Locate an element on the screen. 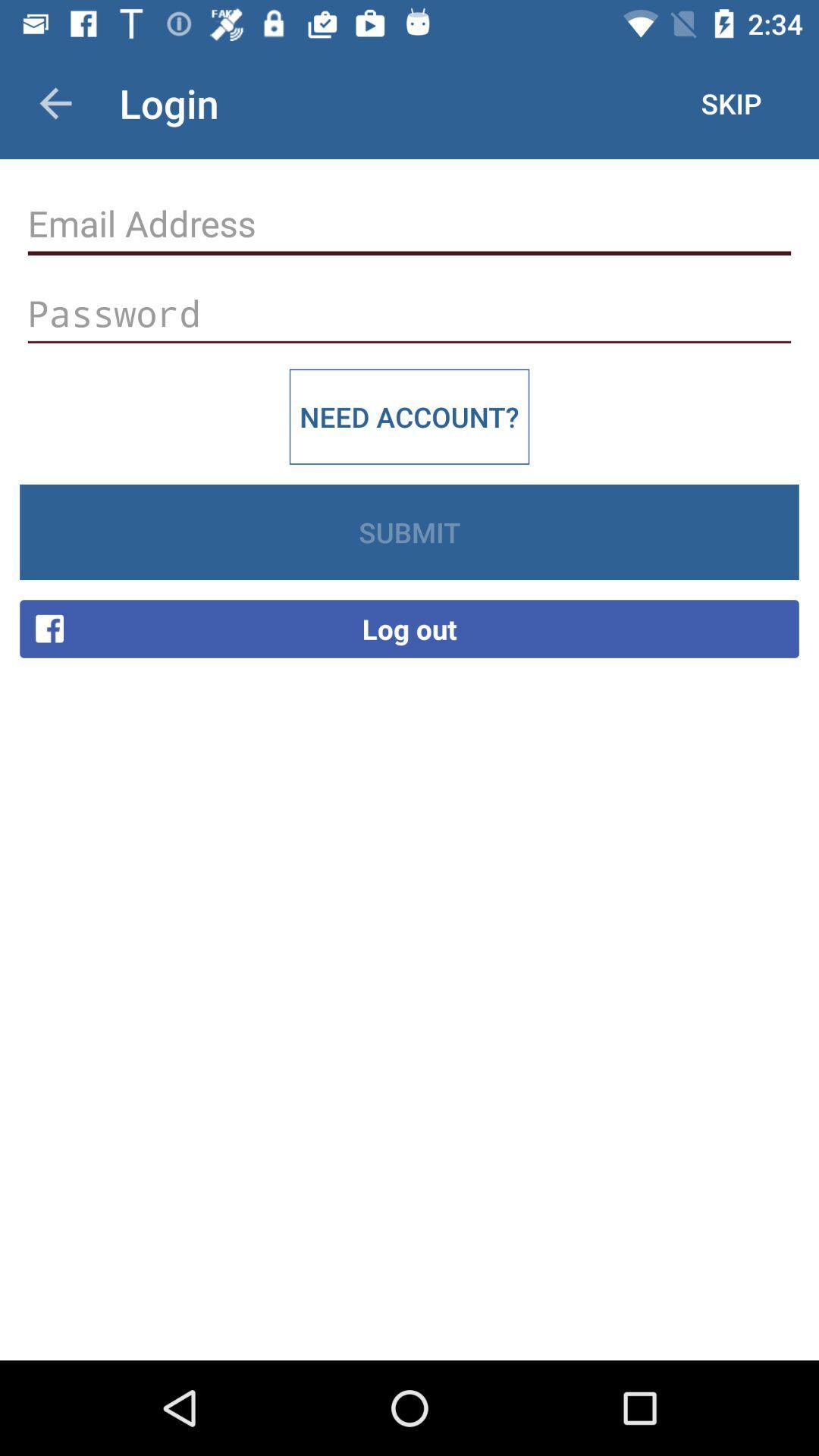  submit icon is located at coordinates (409, 532).